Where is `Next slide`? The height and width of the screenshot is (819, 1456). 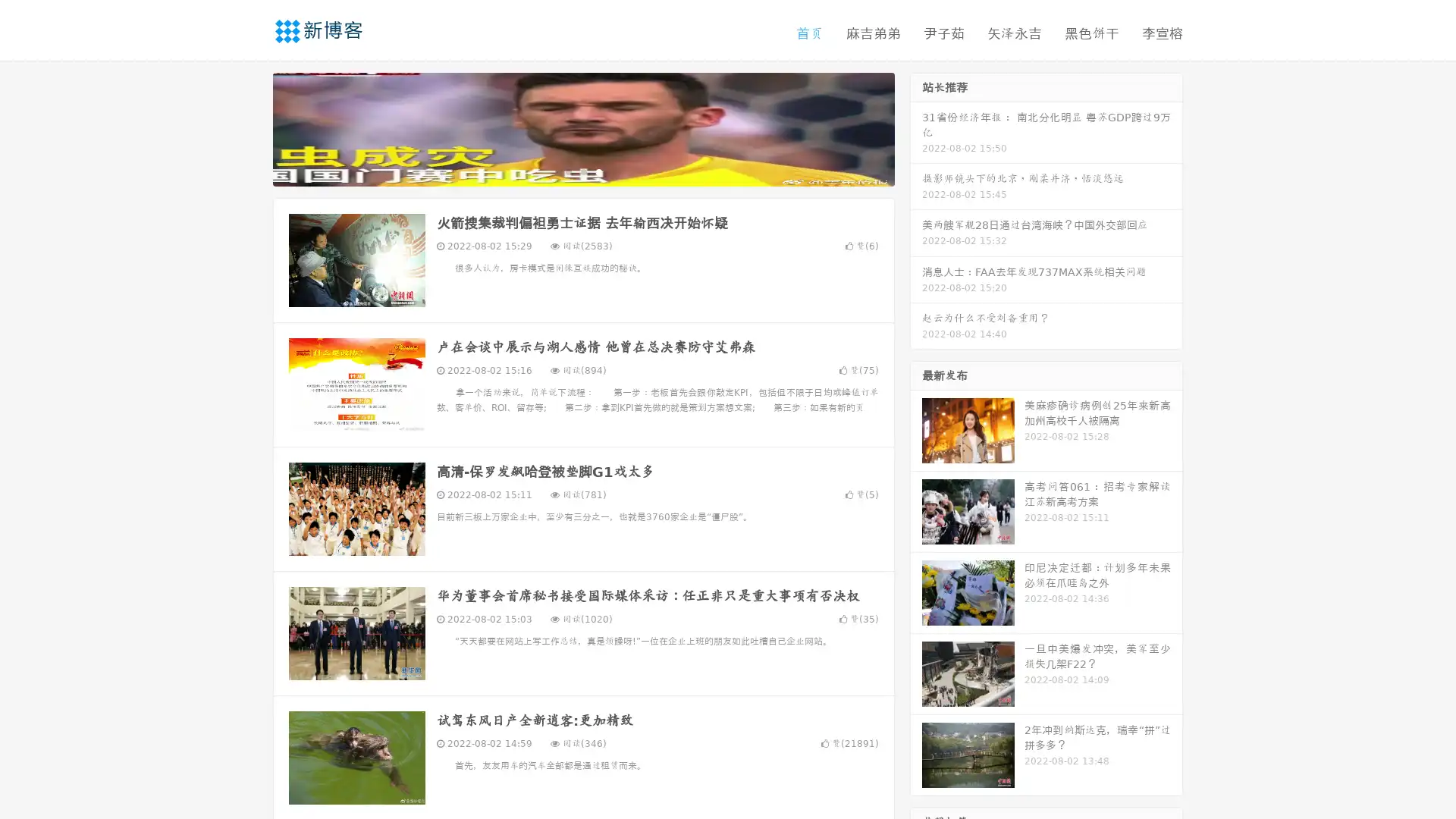 Next slide is located at coordinates (916, 127).